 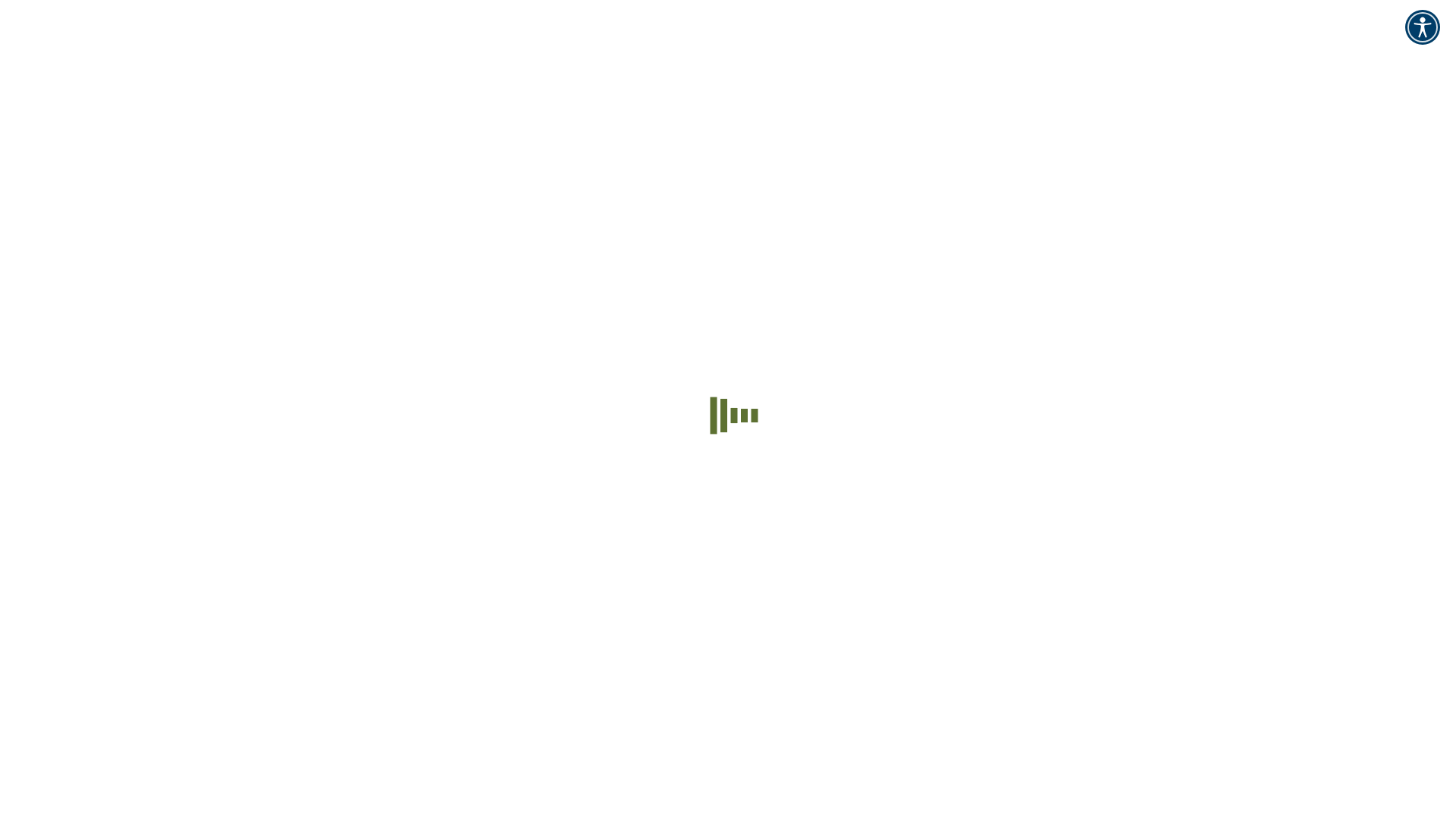 What do you see at coordinates (11, 641) in the screenshot?
I see `'Close (Esc)'` at bounding box center [11, 641].